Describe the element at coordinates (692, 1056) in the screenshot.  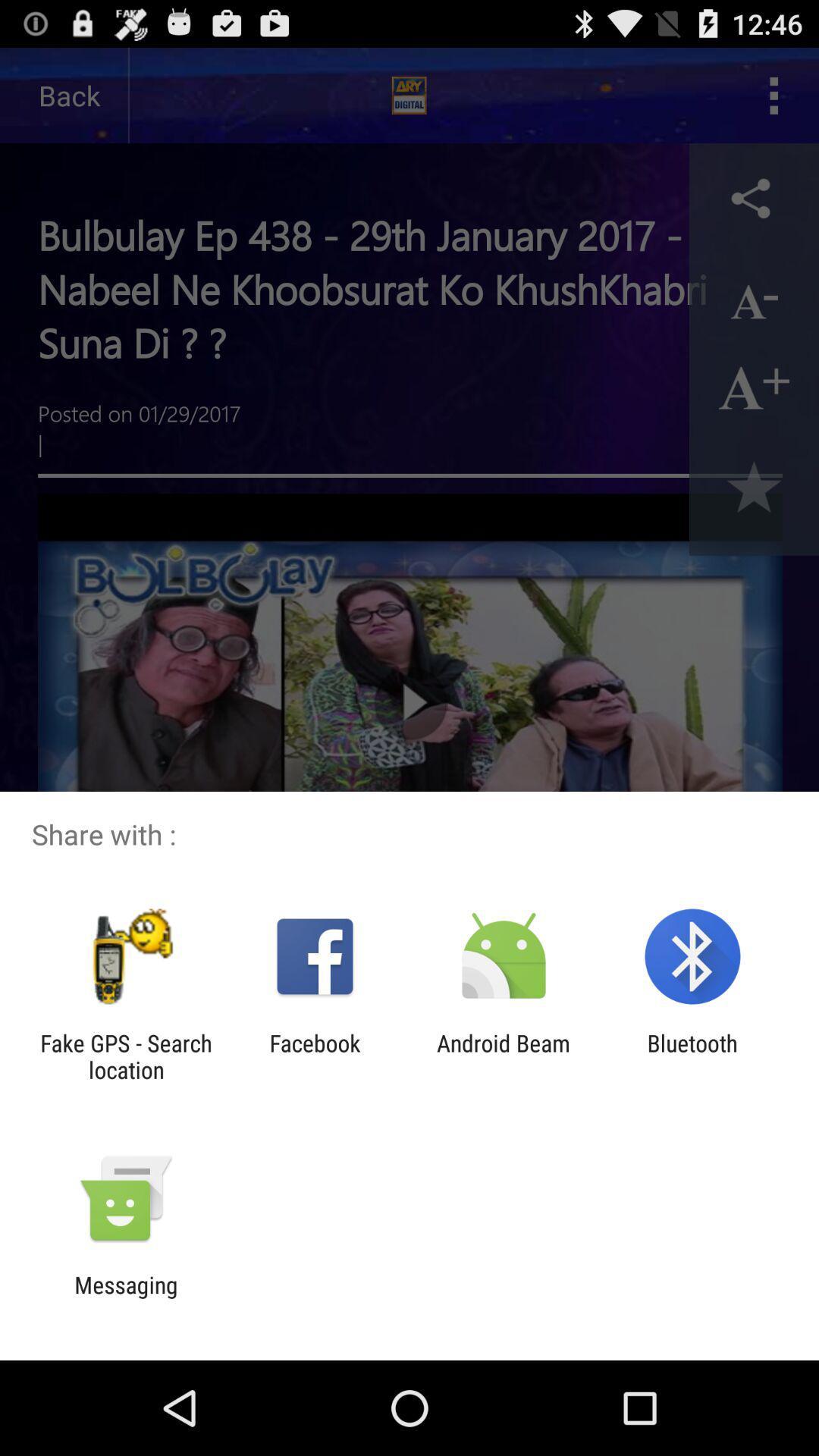
I see `the app at the bottom right corner` at that location.